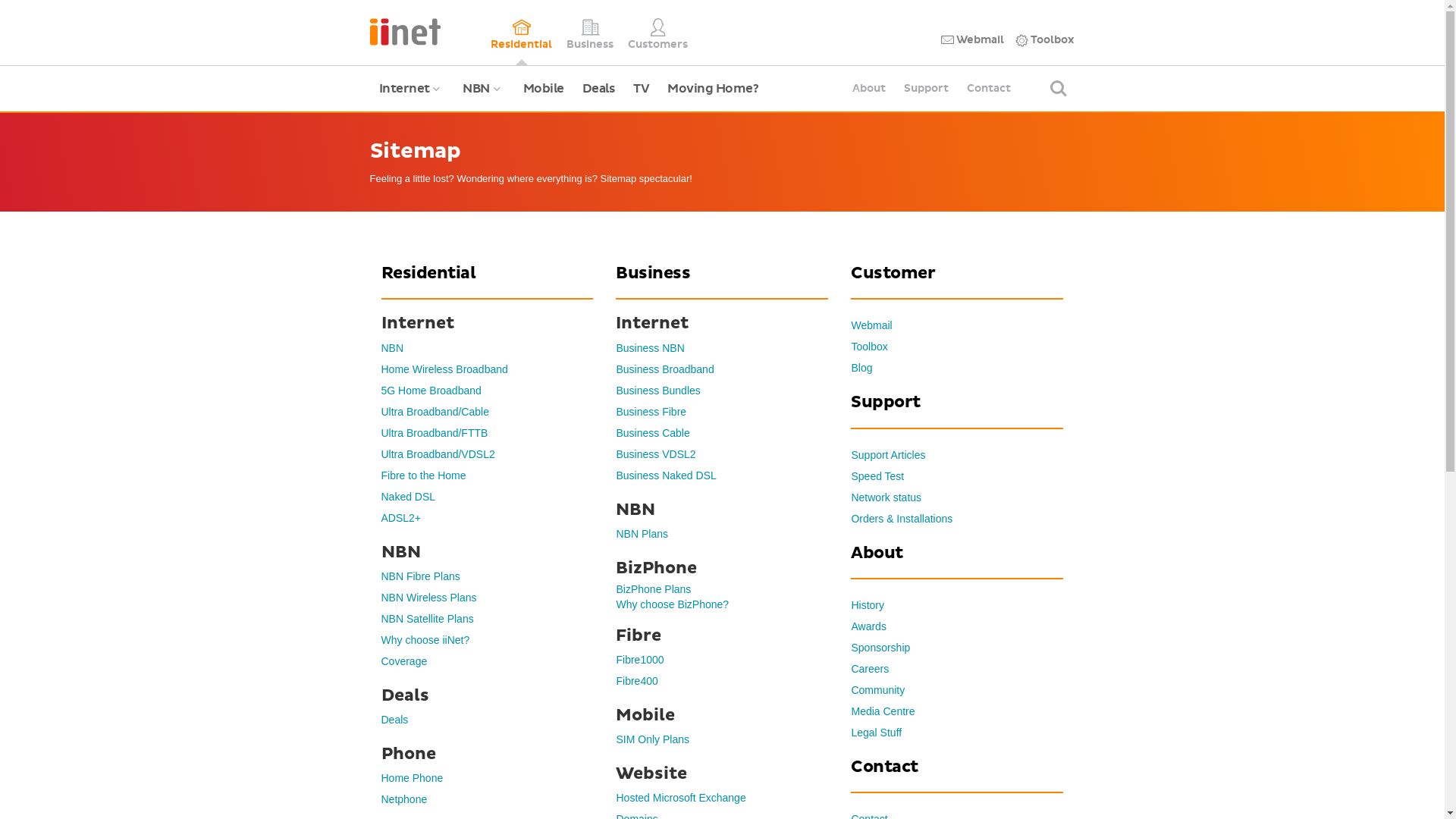 The height and width of the screenshot is (819, 1456). I want to click on 'Support Articles', so click(888, 454).